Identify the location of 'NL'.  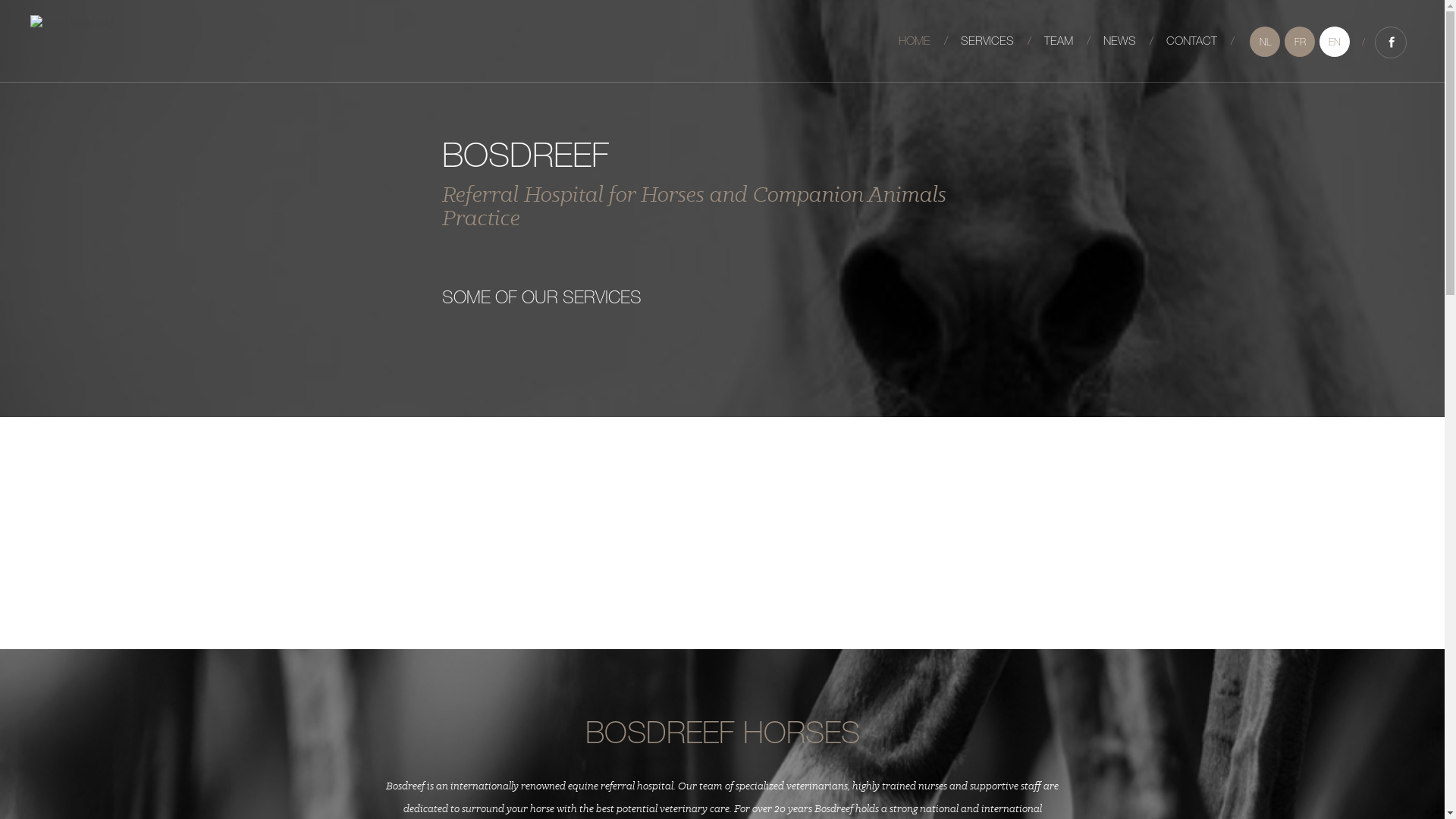
(1249, 40).